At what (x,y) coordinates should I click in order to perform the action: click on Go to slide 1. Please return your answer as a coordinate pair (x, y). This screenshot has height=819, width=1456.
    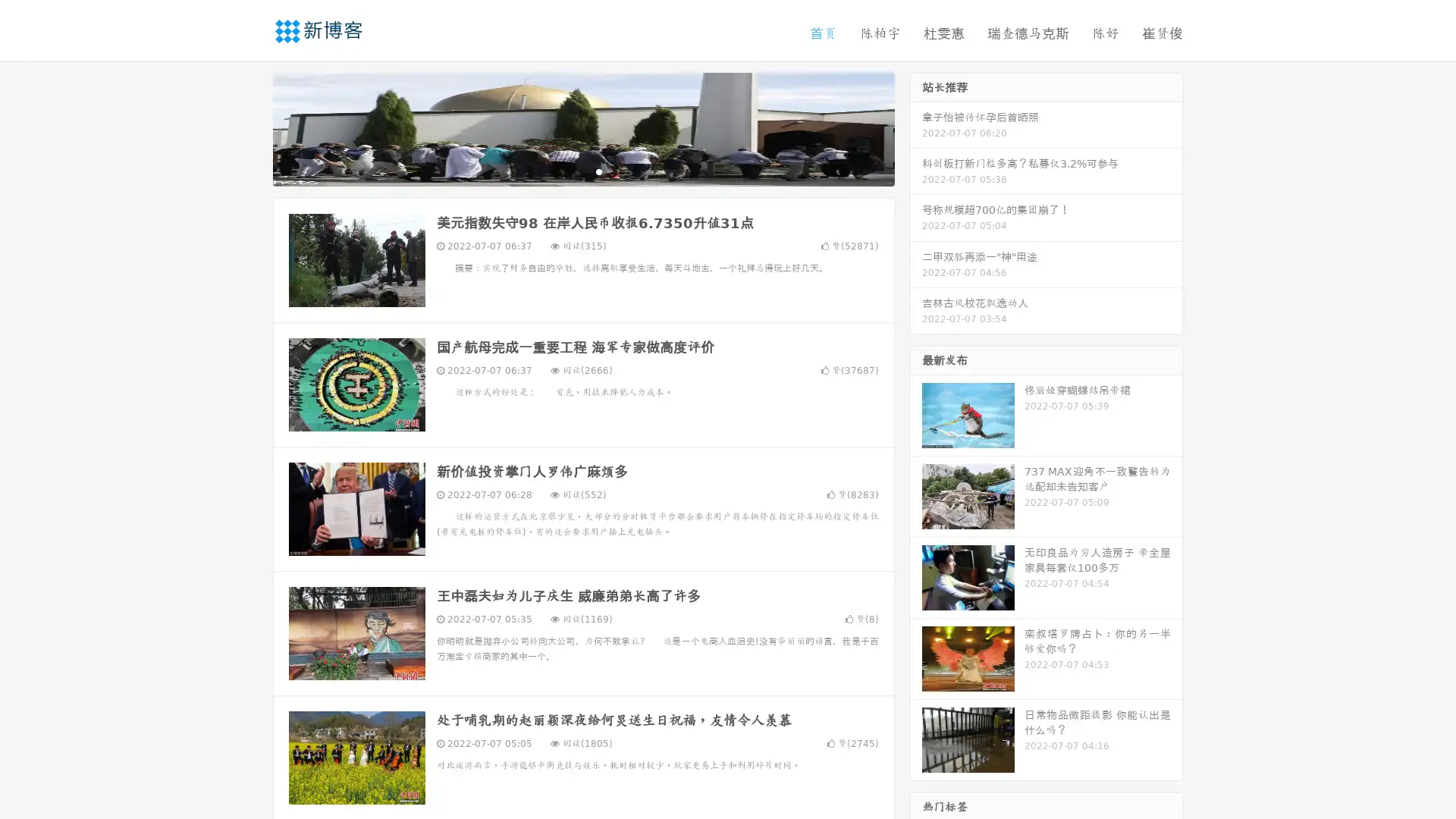
    Looking at the image, I should click on (567, 171).